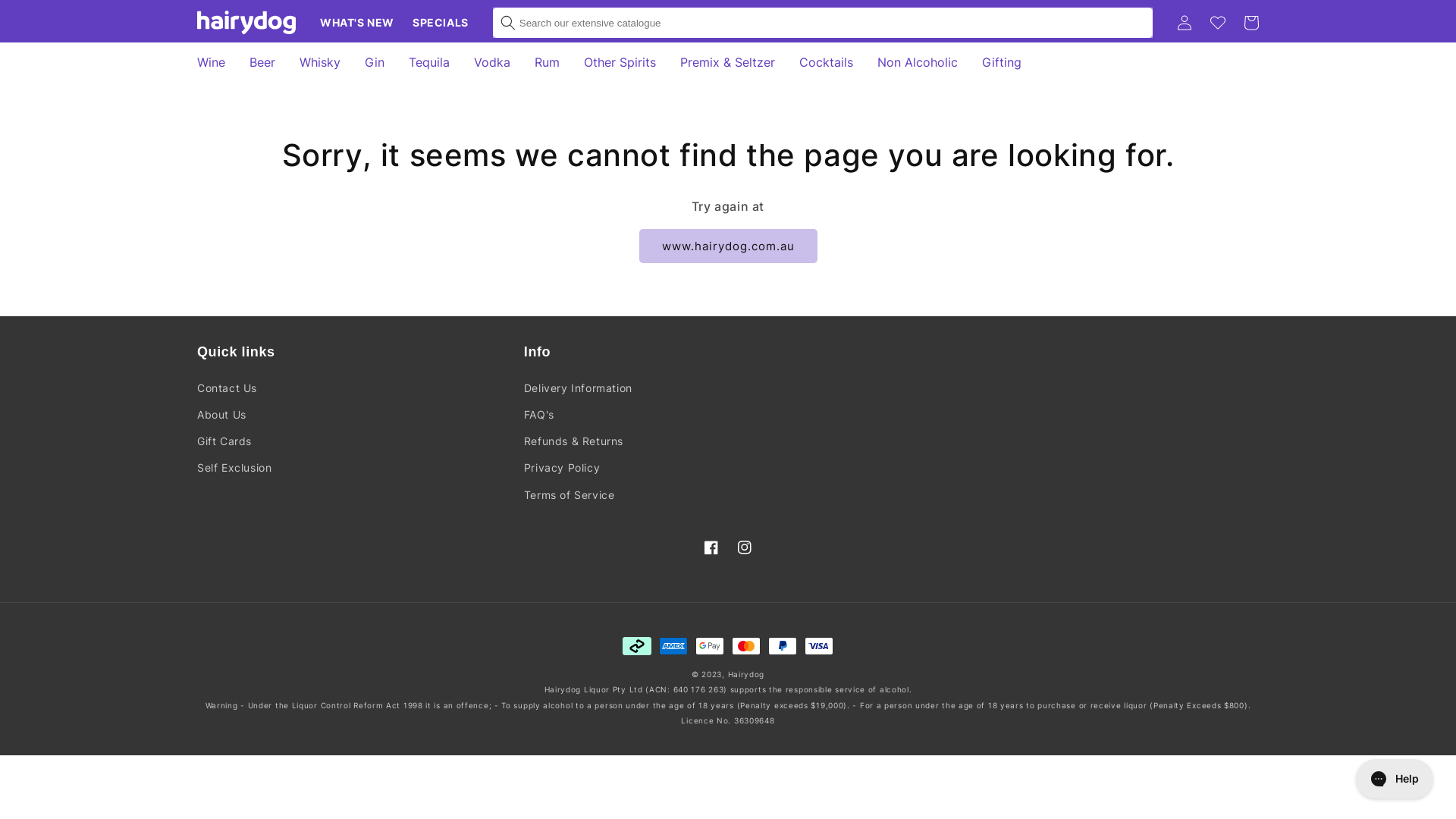 The image size is (1456, 819). Describe the element at coordinates (233, 466) in the screenshot. I see `'Self Exclusion'` at that location.